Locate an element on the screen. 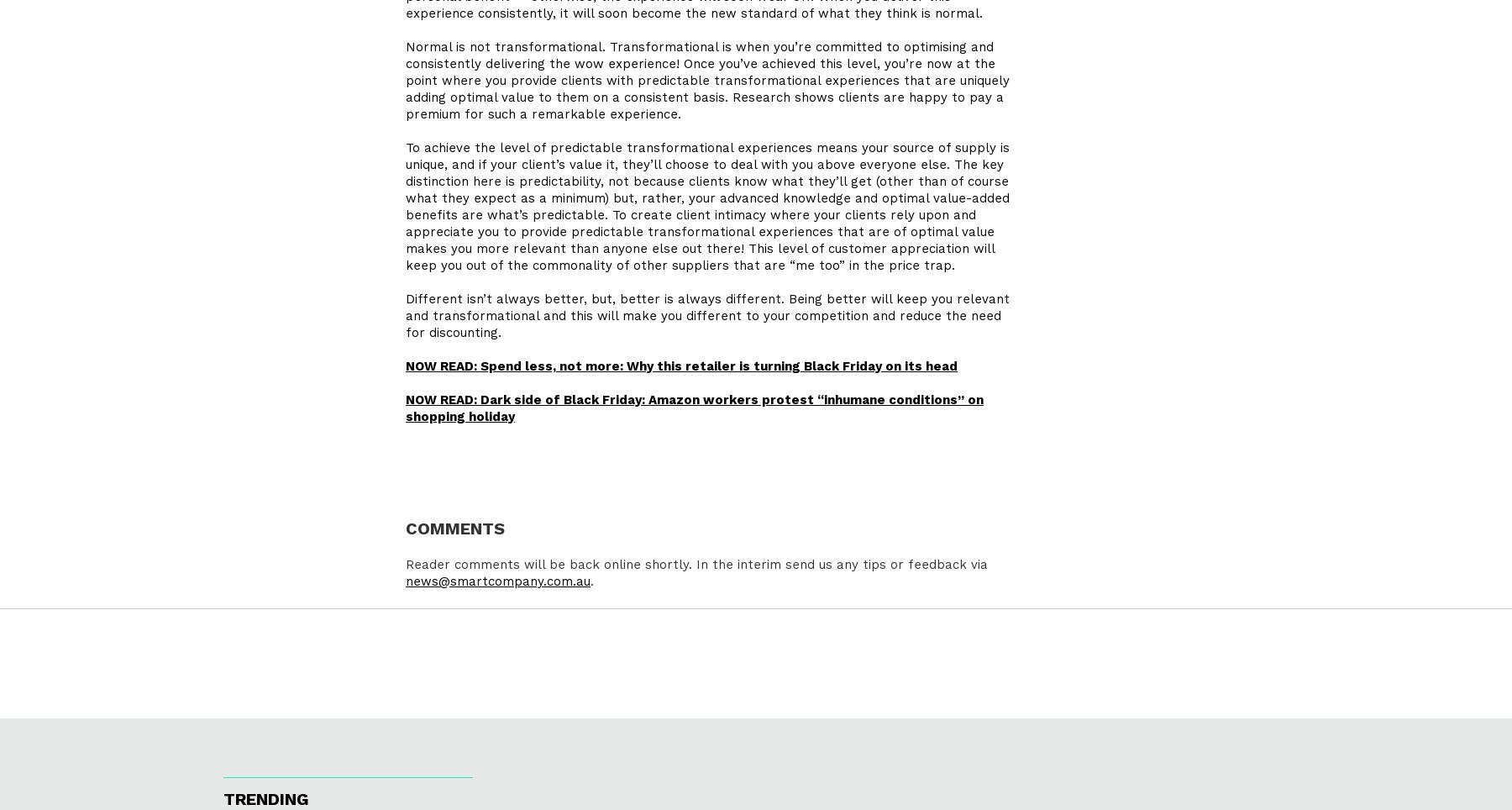 Image resolution: width=1512 pixels, height=810 pixels. 'COMMENTS' is located at coordinates (404, 530).